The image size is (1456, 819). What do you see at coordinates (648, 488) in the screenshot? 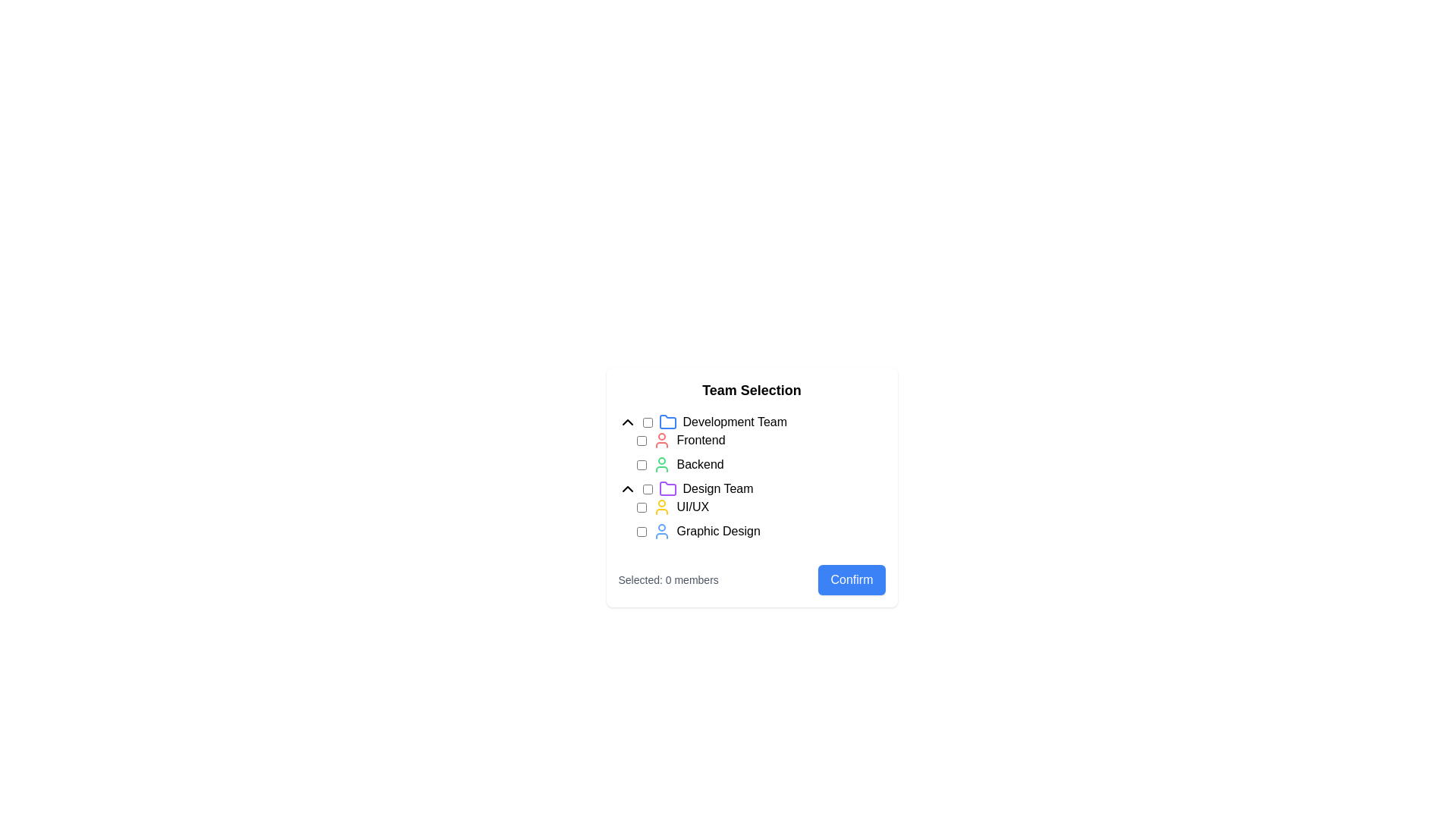
I see `the checkbox` at bounding box center [648, 488].